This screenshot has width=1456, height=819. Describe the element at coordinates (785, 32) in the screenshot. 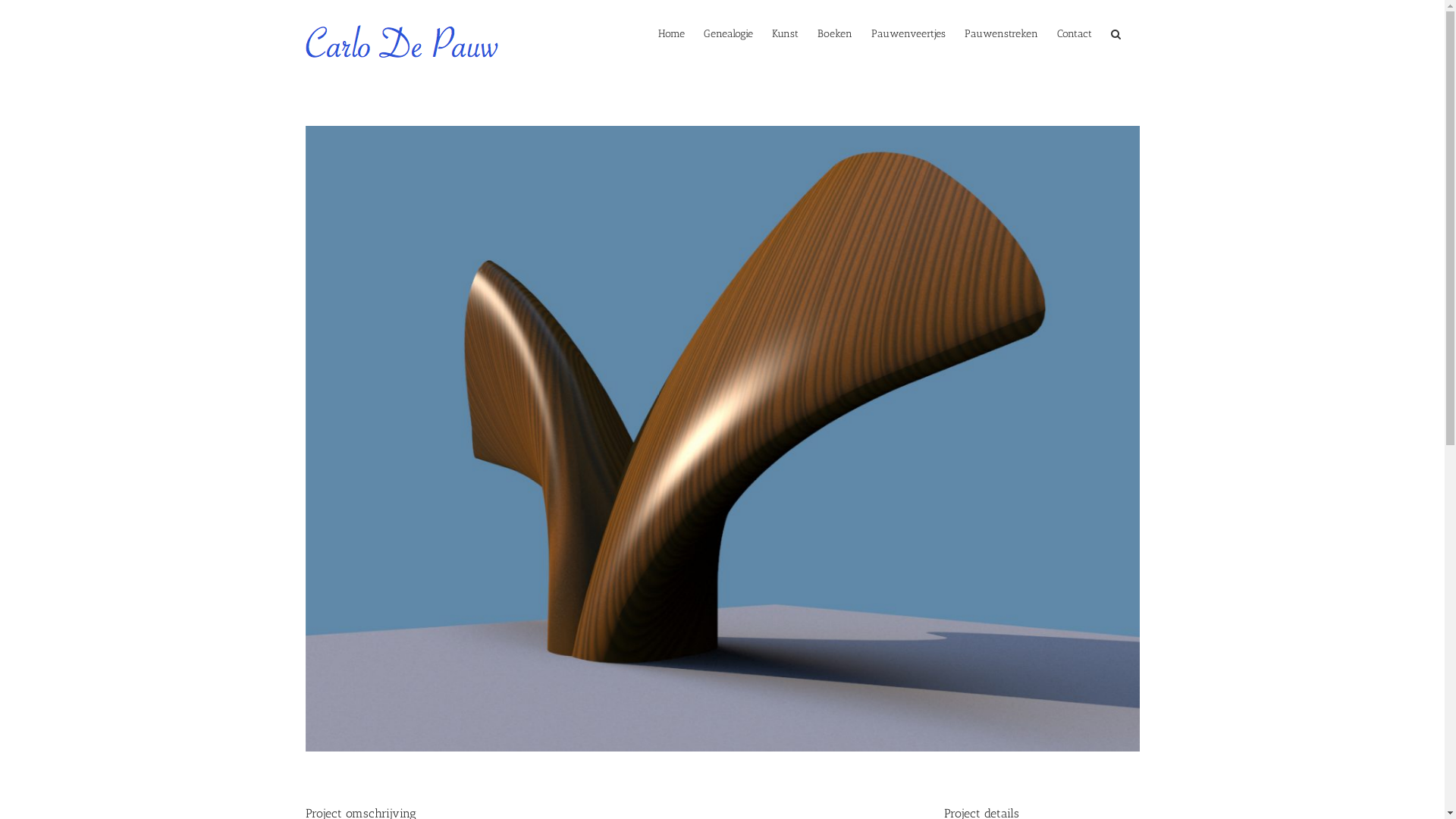

I see `'Kunst'` at that location.